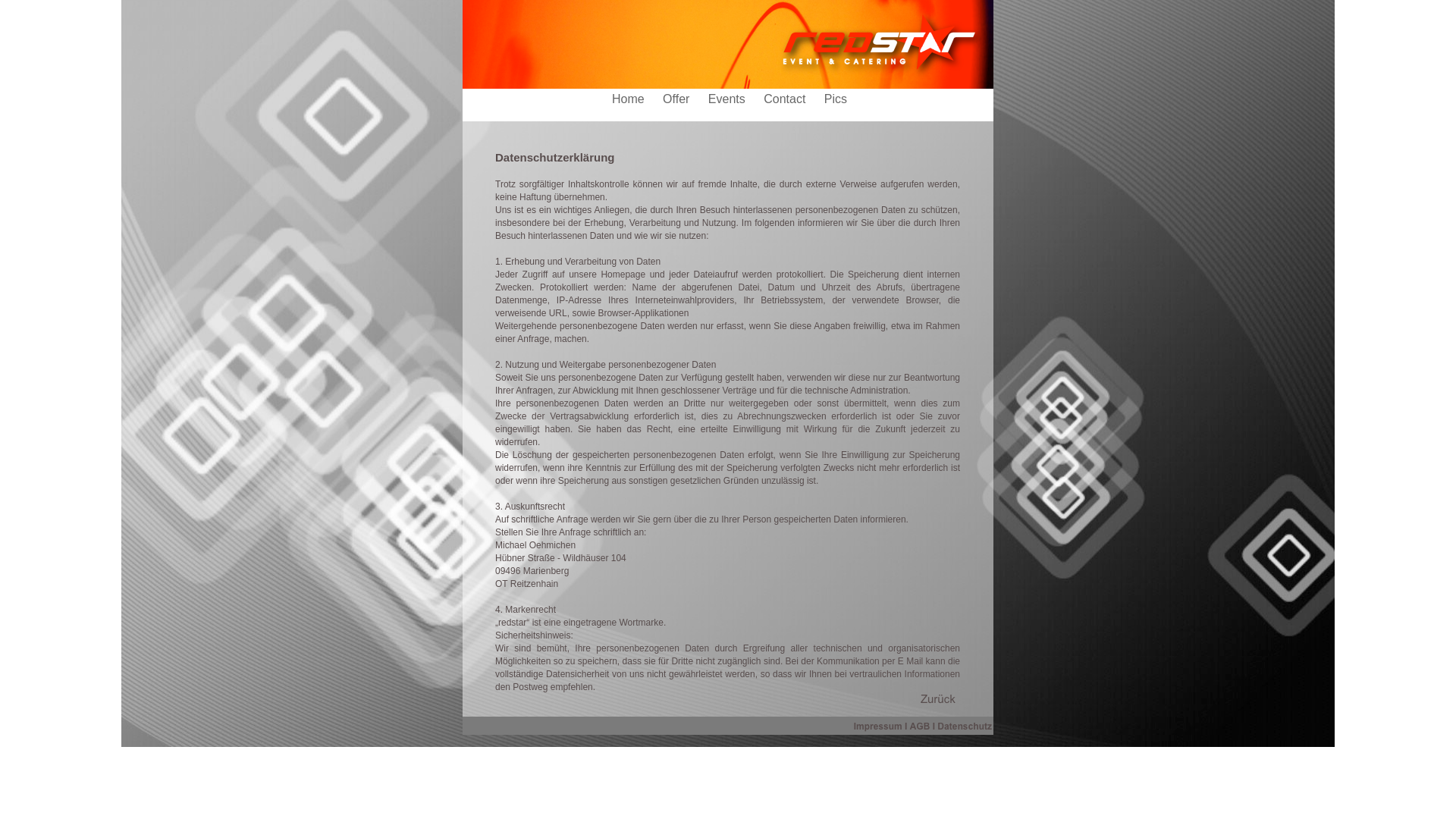 This screenshot has width=1456, height=819. Describe the element at coordinates (786, 99) in the screenshot. I see `'Contact'` at that location.